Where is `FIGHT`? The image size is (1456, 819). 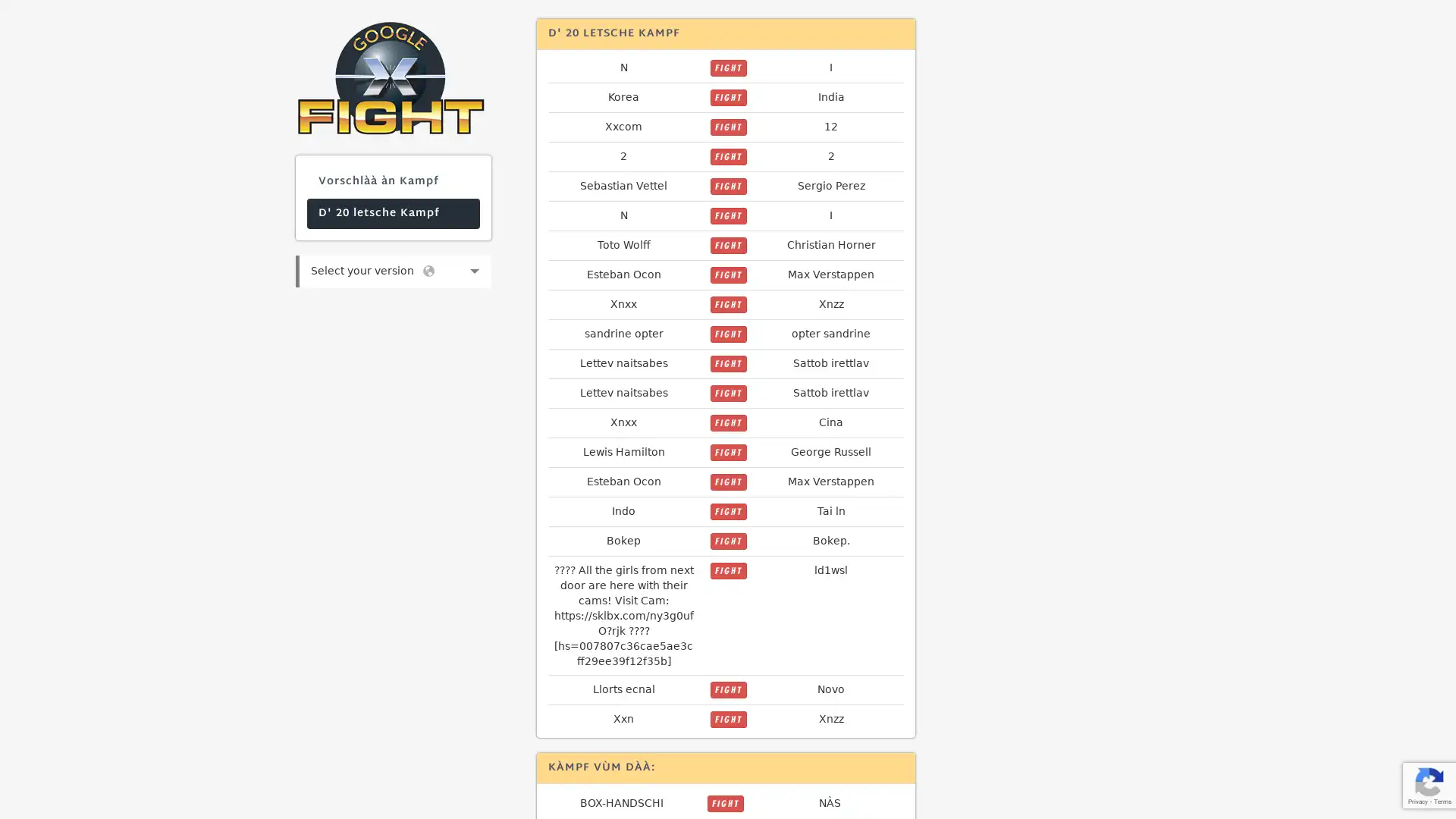
FIGHT is located at coordinates (728, 393).